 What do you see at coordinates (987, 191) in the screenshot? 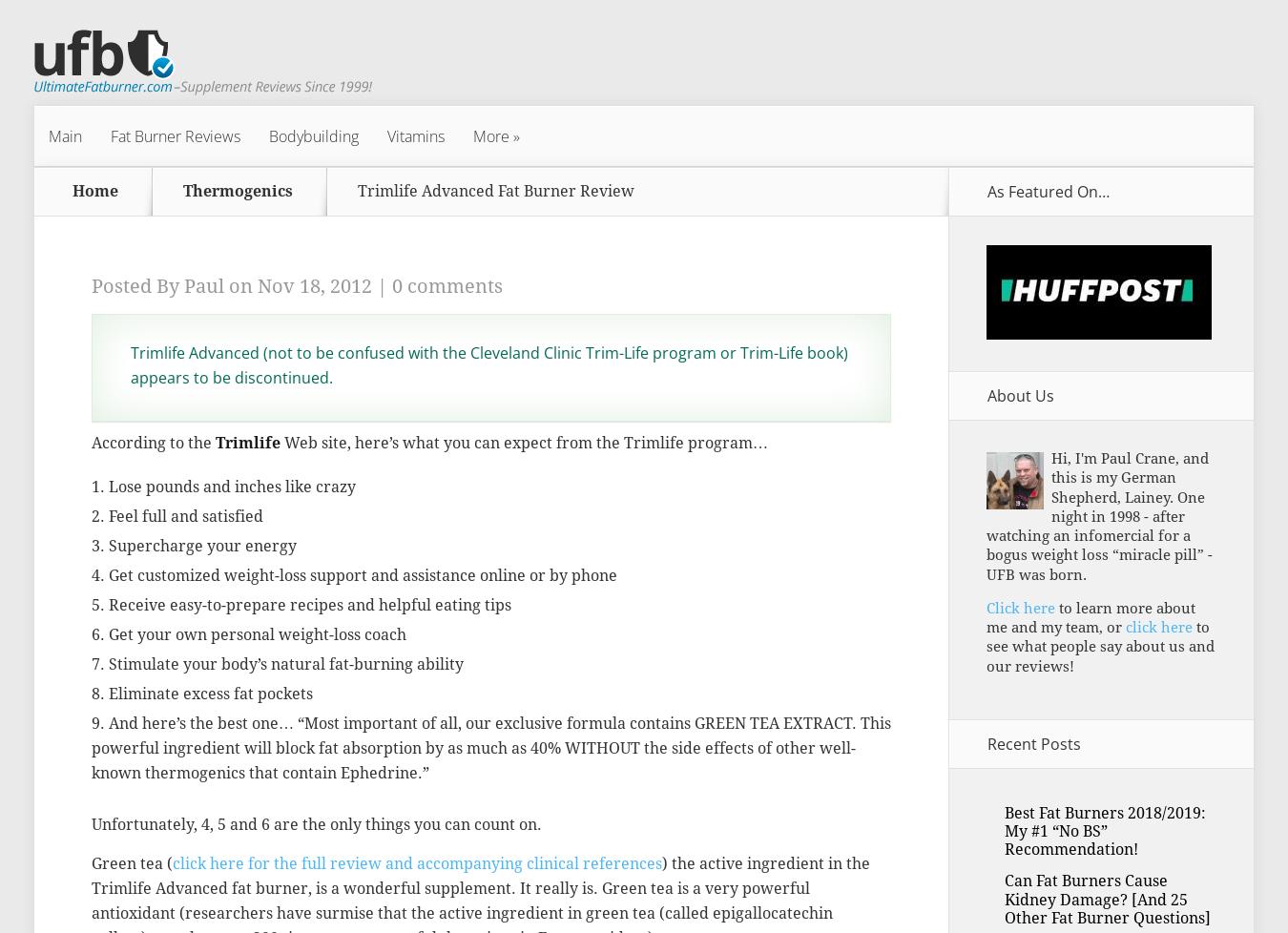
I see `'As Featured On…'` at bounding box center [987, 191].